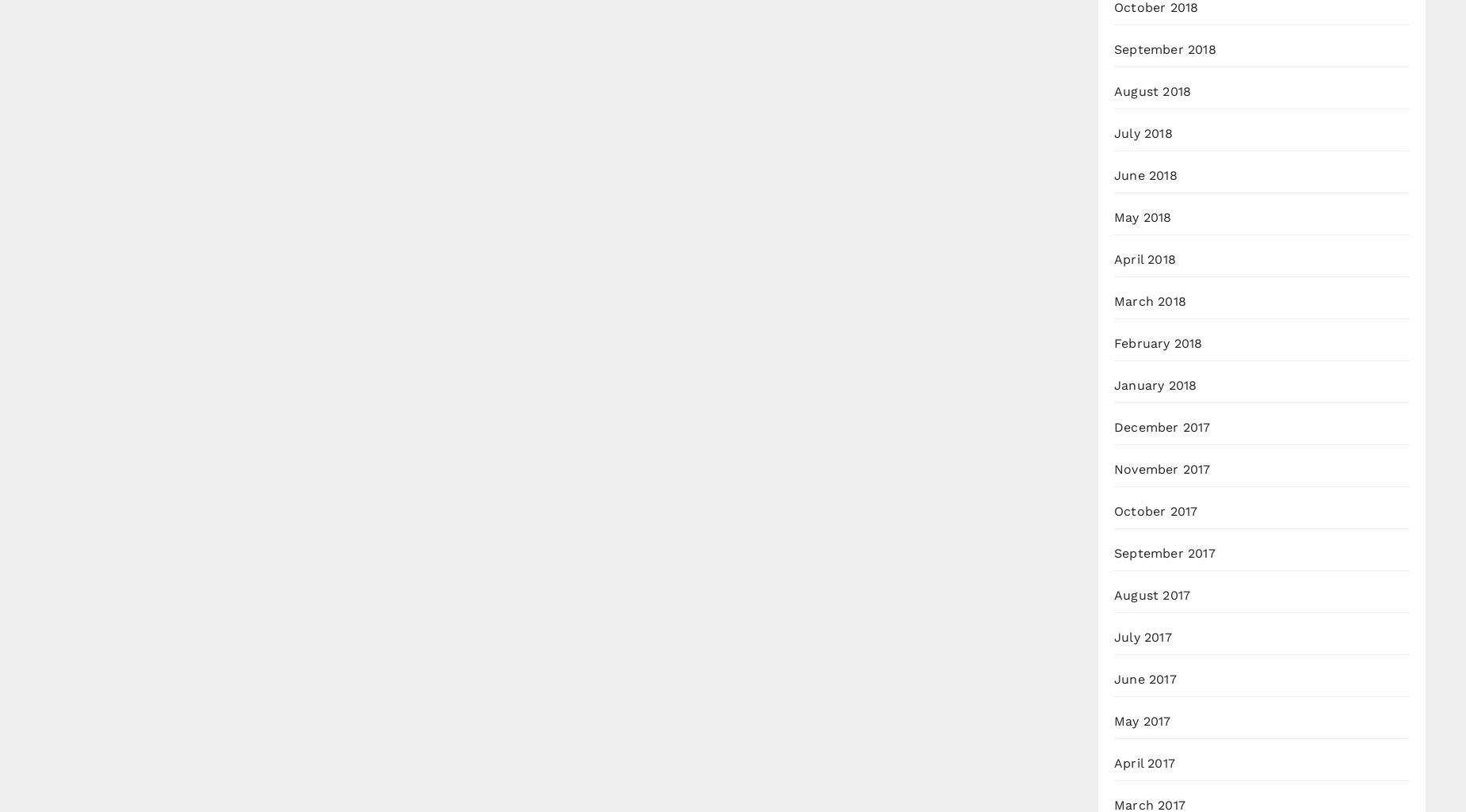 The width and height of the screenshot is (1466, 812). I want to click on 'April 2017', so click(1144, 763).